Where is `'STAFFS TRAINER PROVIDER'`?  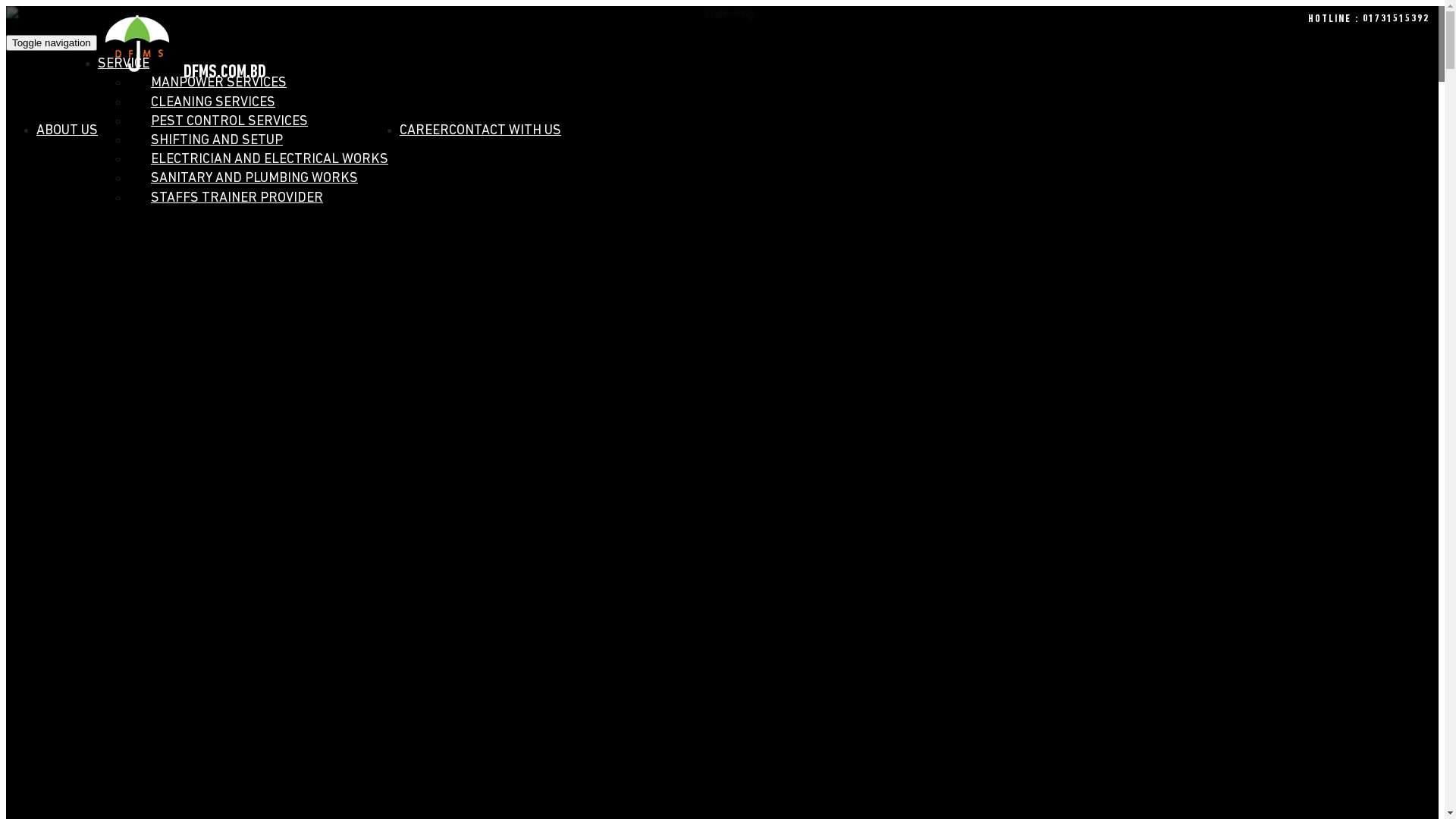 'STAFFS TRAINER PROVIDER' is located at coordinates (231, 197).